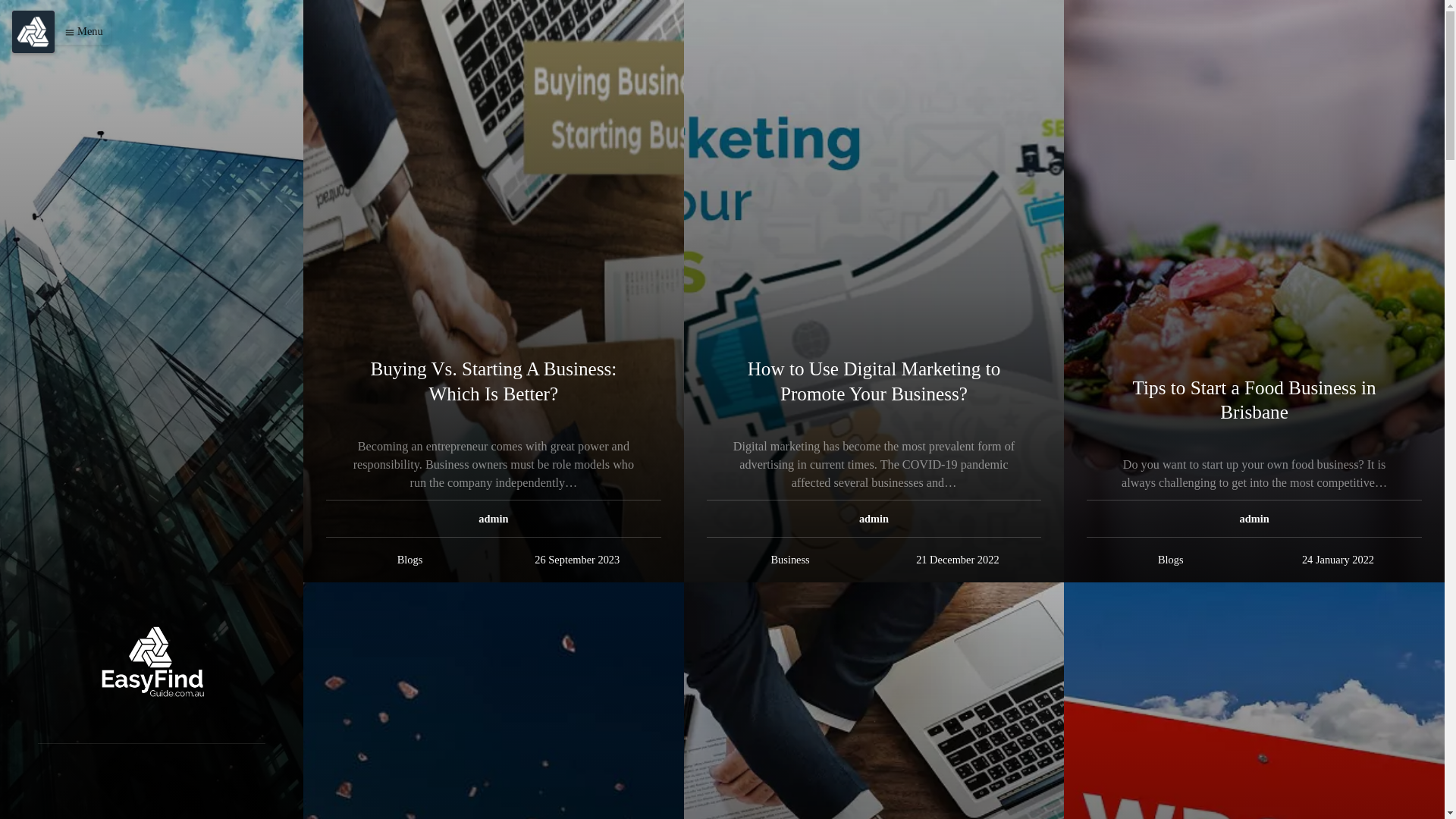  Describe the element at coordinates (493, 517) in the screenshot. I see `'admin'` at that location.